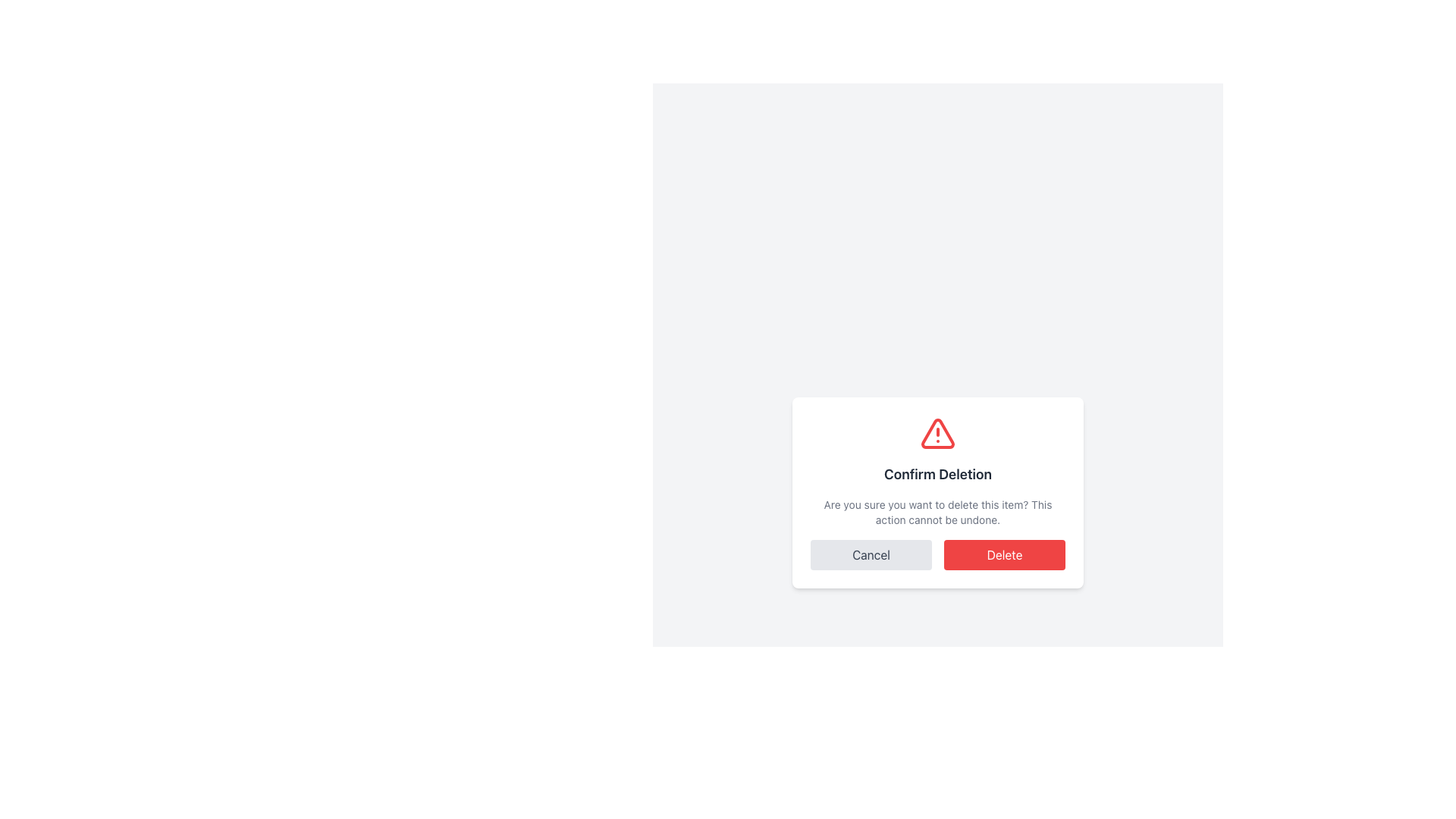 The width and height of the screenshot is (1456, 819). Describe the element at coordinates (1004, 555) in the screenshot. I see `the delete button located` at that location.